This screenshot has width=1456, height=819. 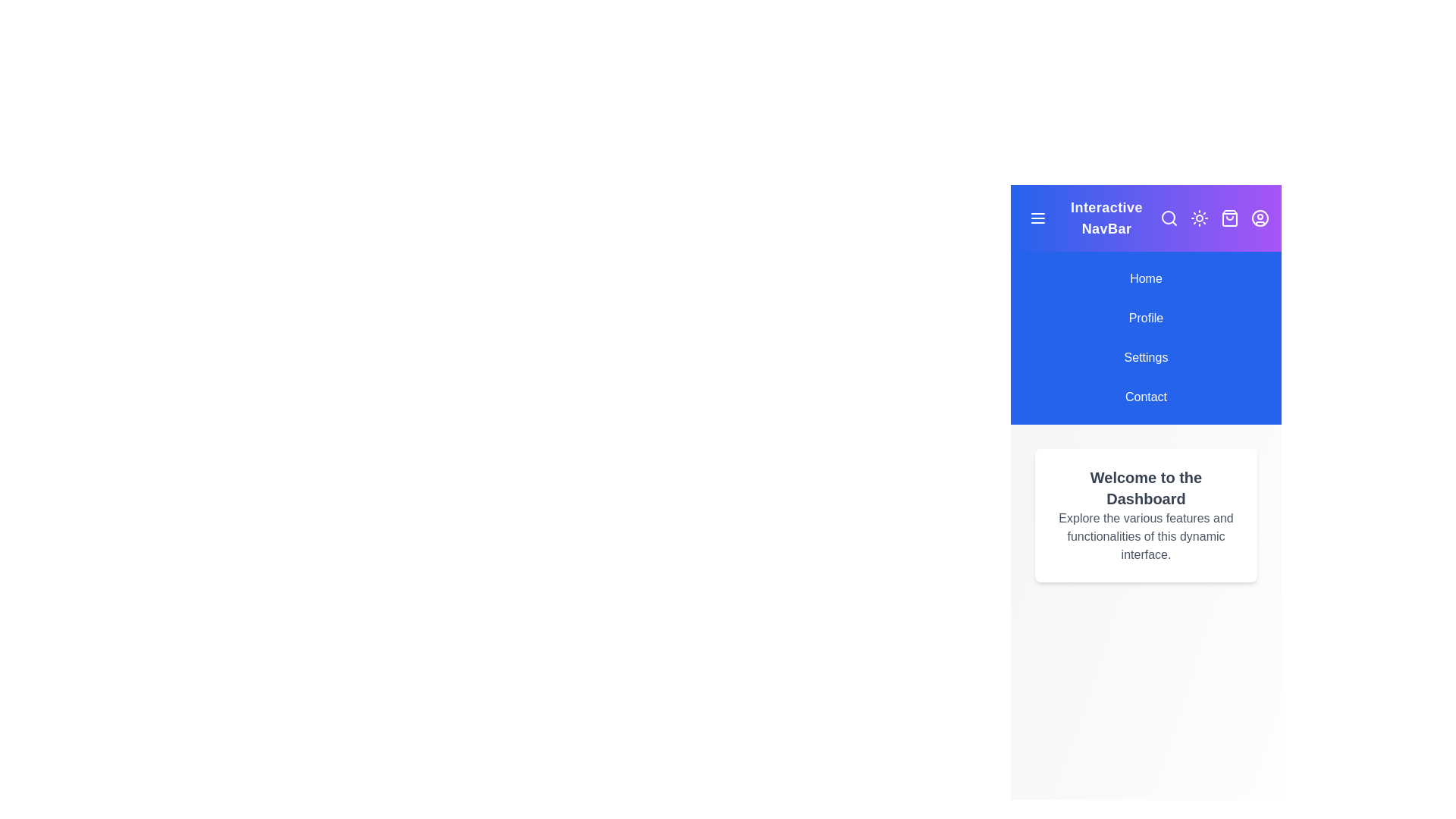 What do you see at coordinates (1037, 218) in the screenshot?
I see `the toggle menu button to toggle the menu visibility` at bounding box center [1037, 218].